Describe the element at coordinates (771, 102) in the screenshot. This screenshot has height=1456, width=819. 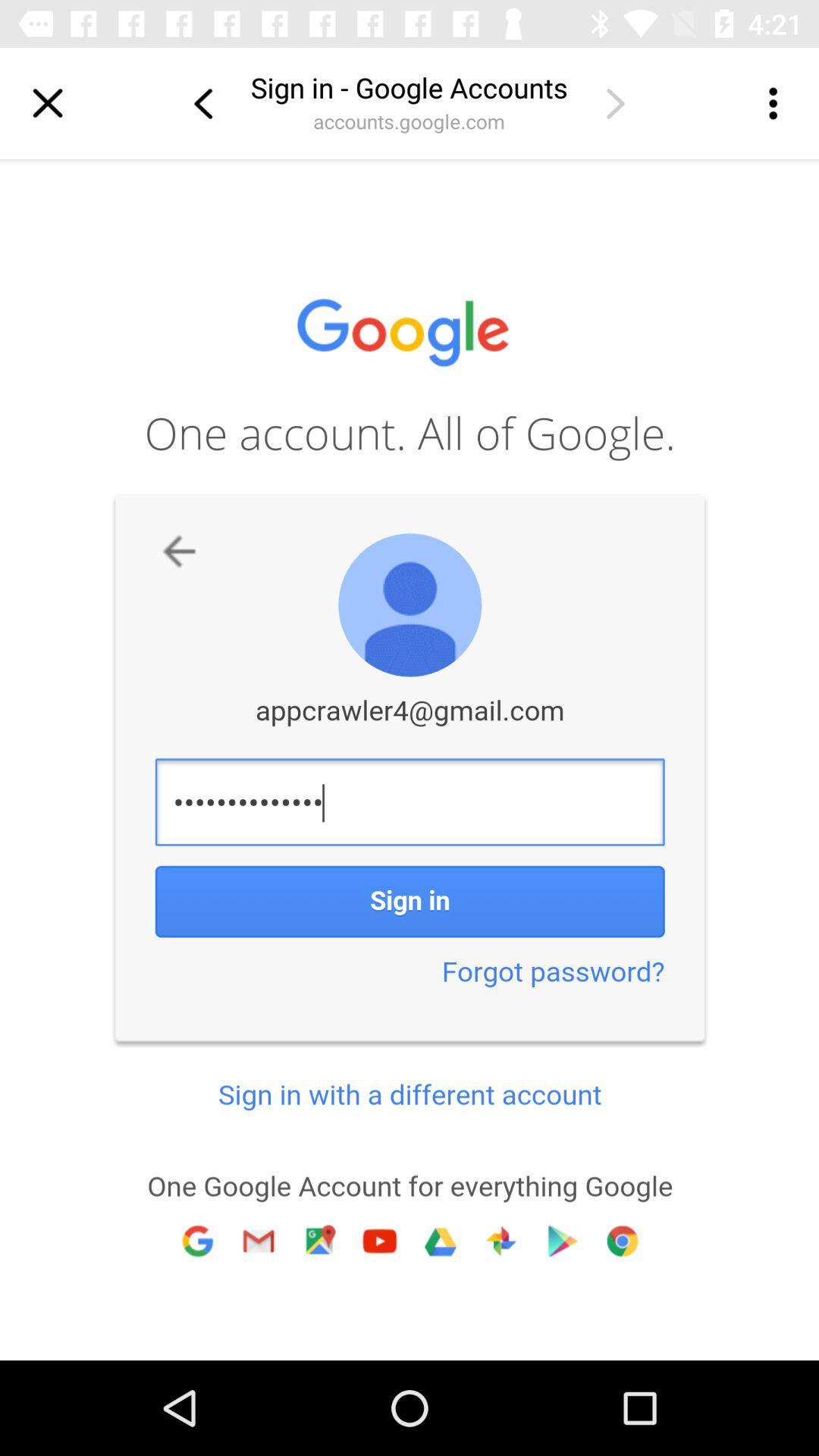
I see `click options` at that location.